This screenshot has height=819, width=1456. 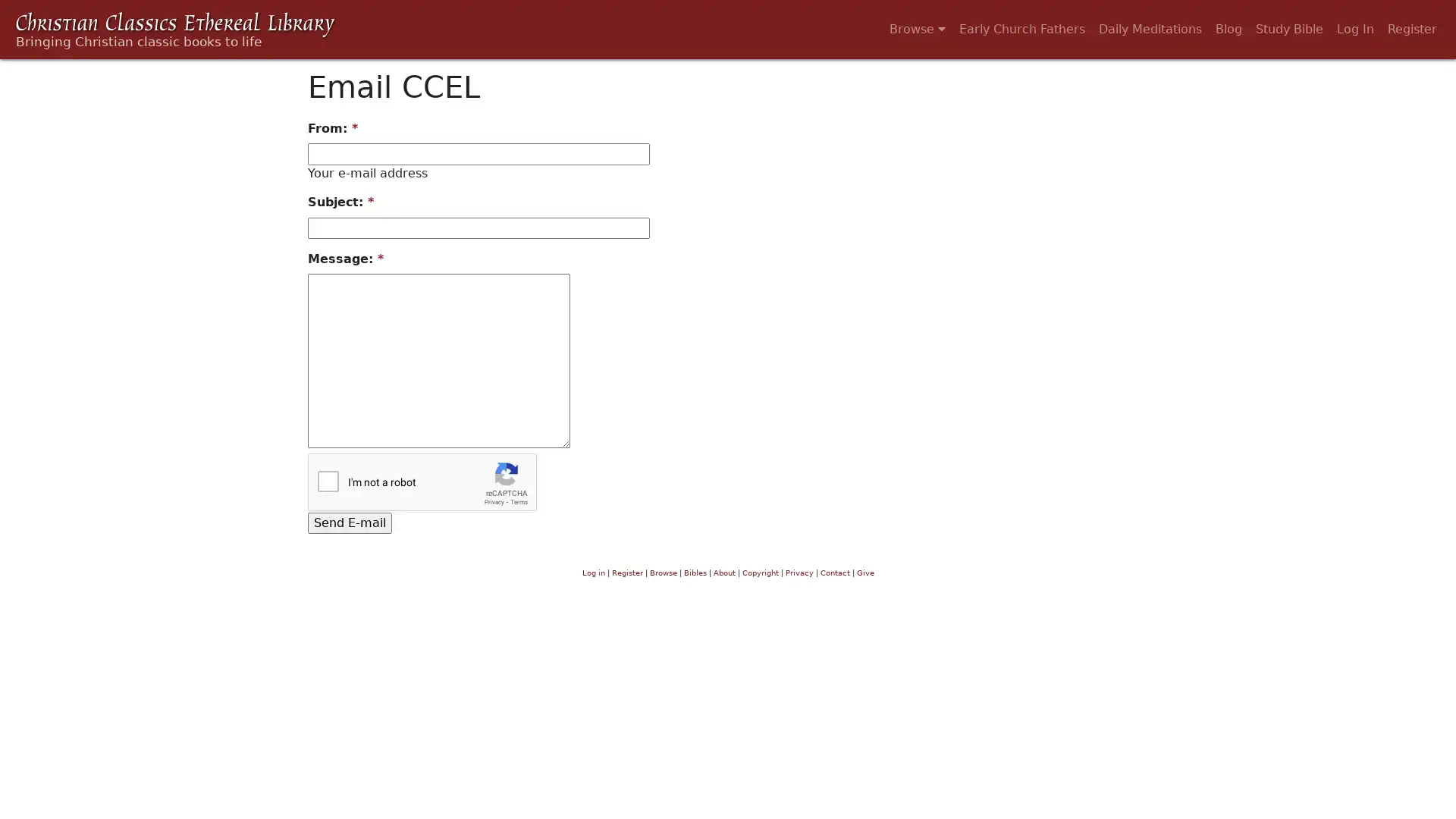 What do you see at coordinates (1228, 29) in the screenshot?
I see `Blog` at bounding box center [1228, 29].